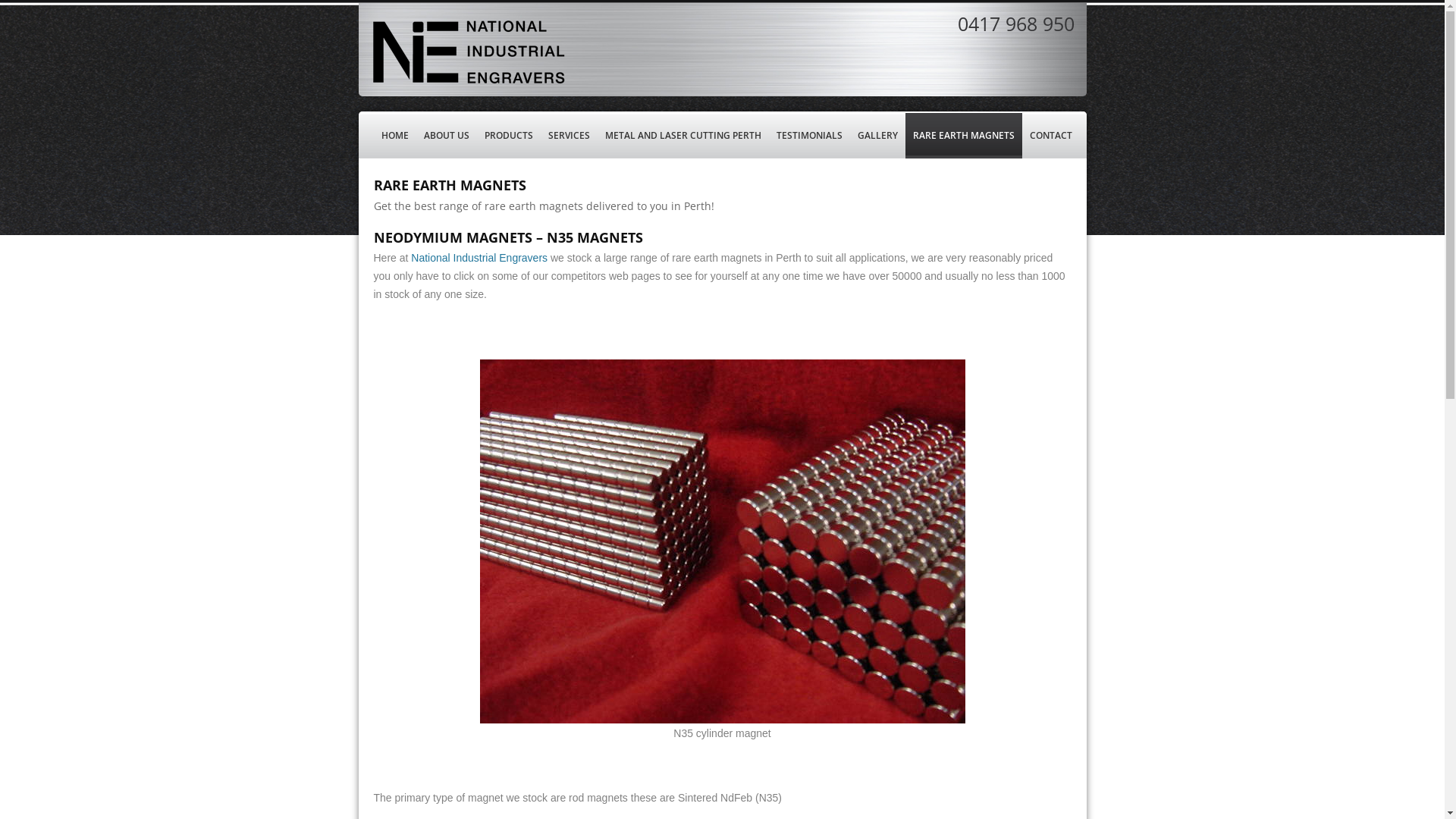  What do you see at coordinates (1015, 23) in the screenshot?
I see `'0417 968 950'` at bounding box center [1015, 23].